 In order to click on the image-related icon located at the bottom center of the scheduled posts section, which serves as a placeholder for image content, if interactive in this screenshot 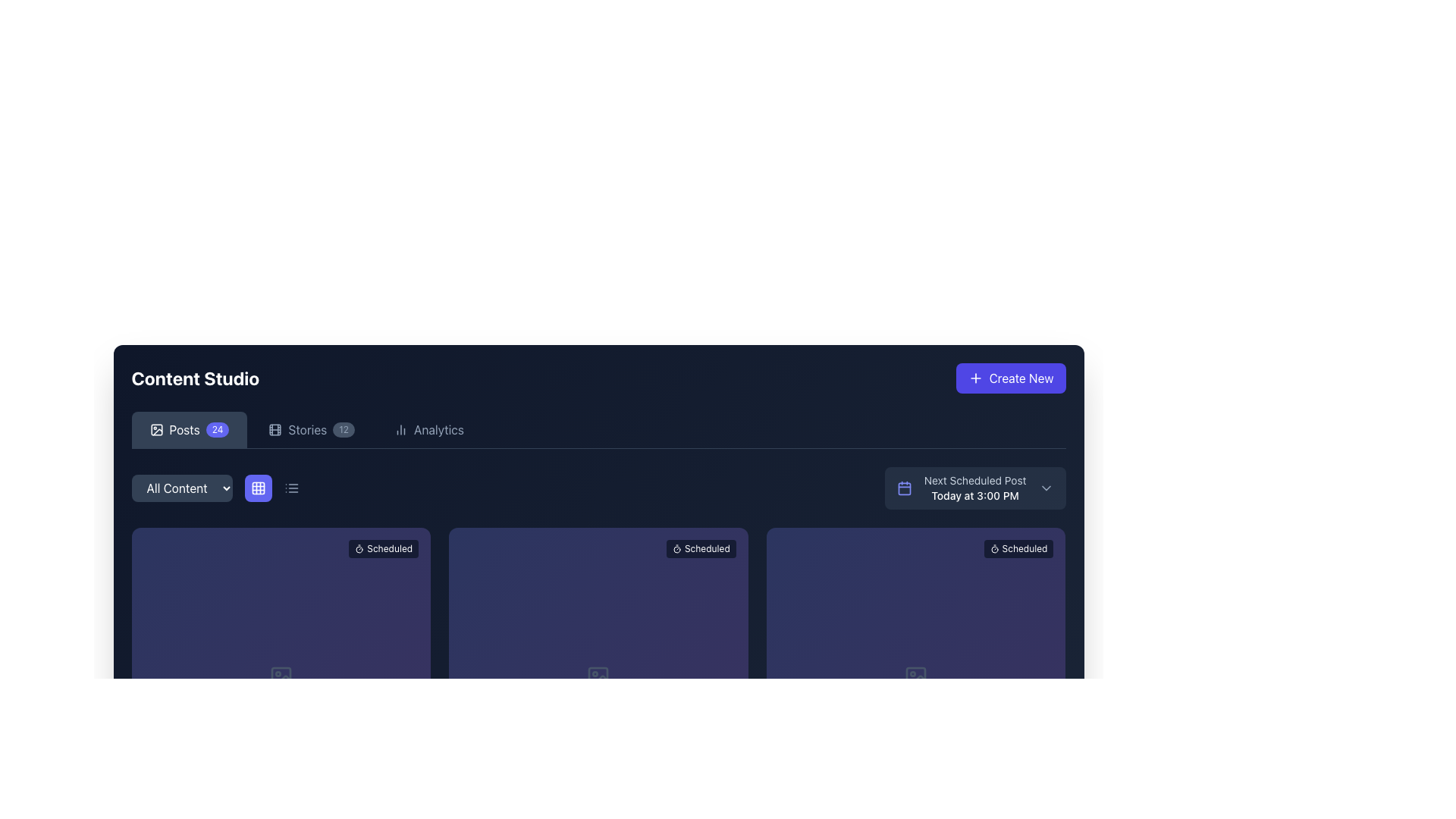, I will do `click(915, 676)`.